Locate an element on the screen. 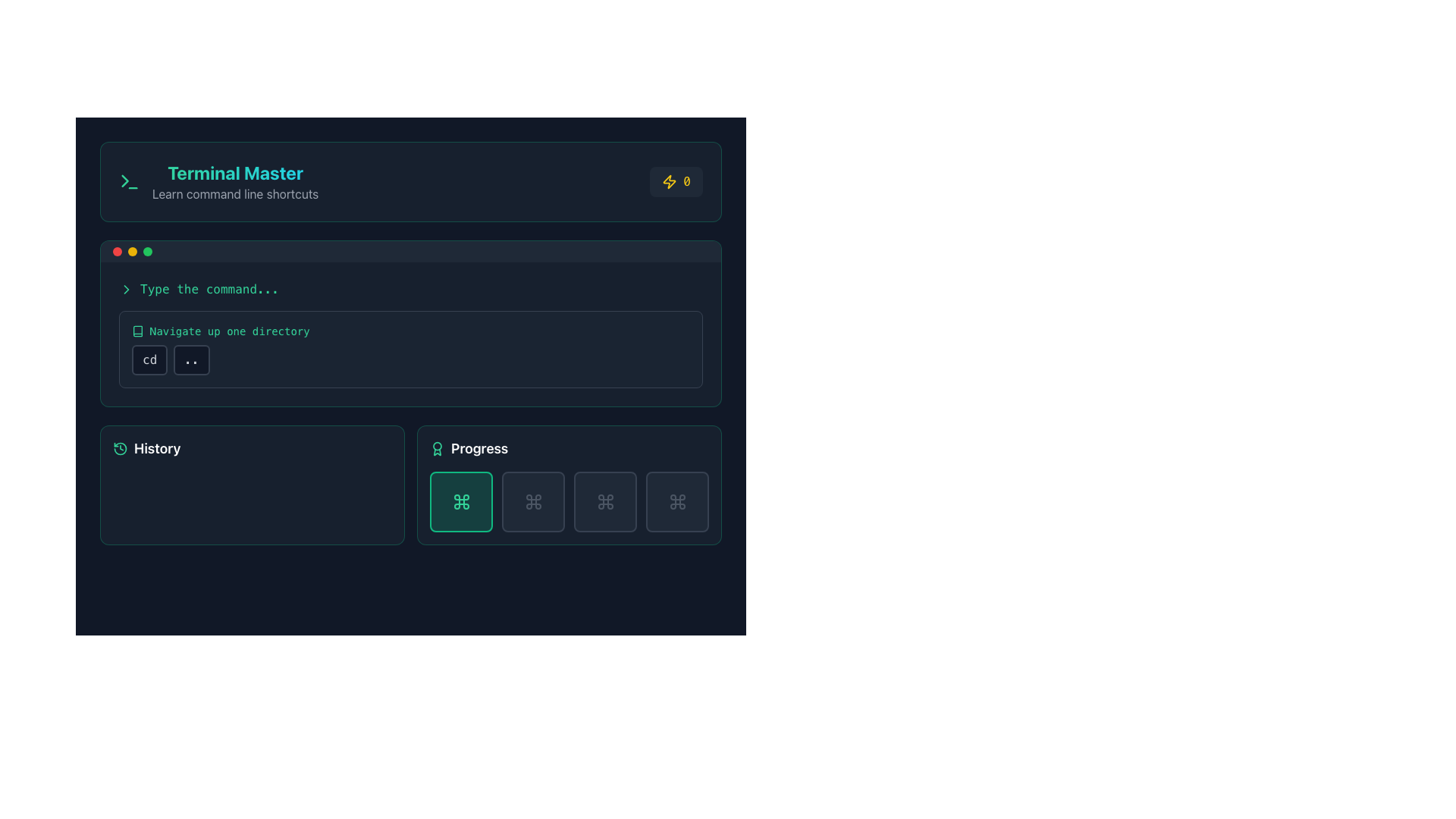  the static text element that serves as a placeholder or instruction for the user to type a command, located in the upper-middle section of the terminal-like interface is located at coordinates (209, 289).